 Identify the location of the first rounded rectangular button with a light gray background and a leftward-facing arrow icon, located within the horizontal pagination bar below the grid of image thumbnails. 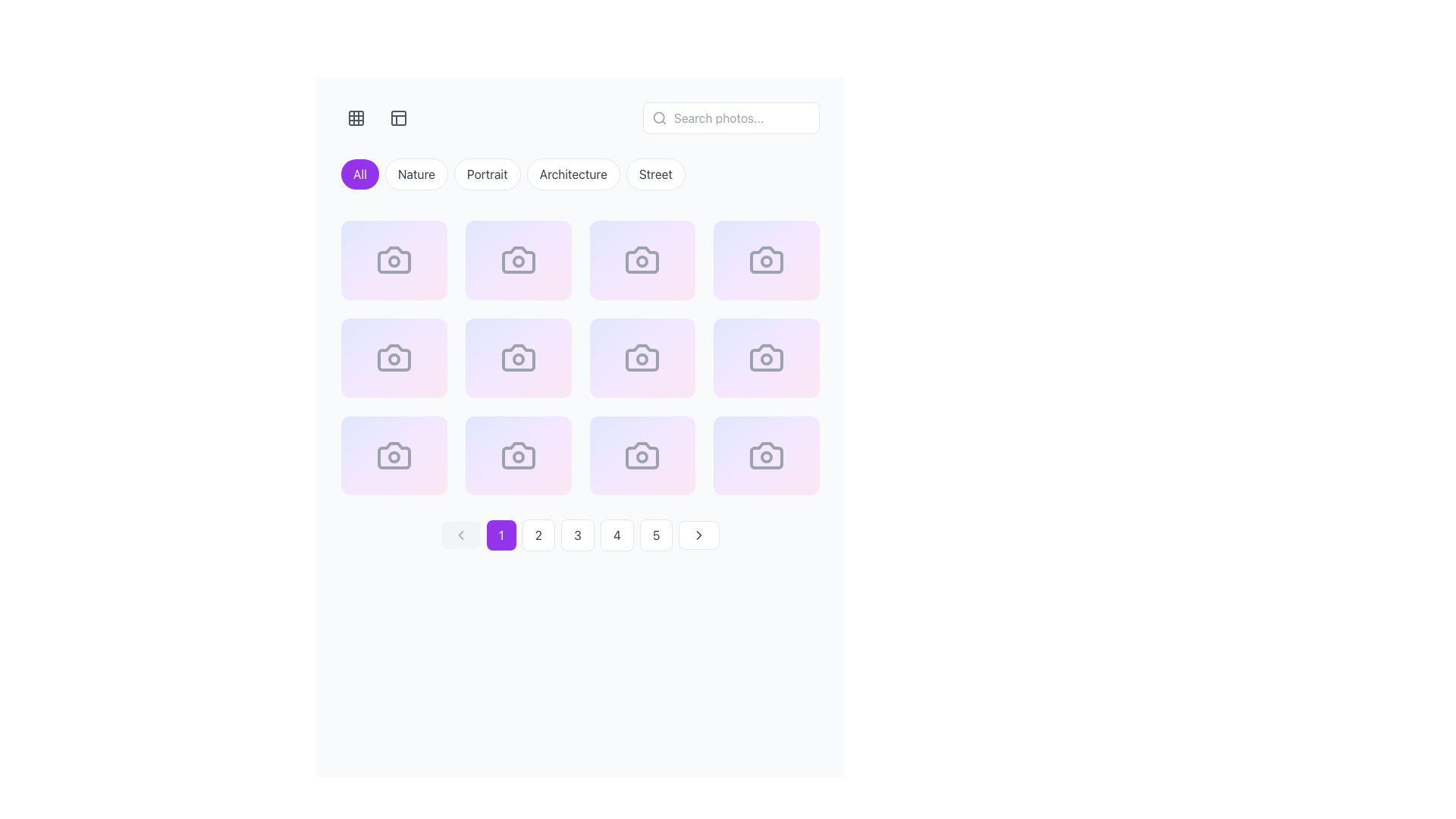
(460, 535).